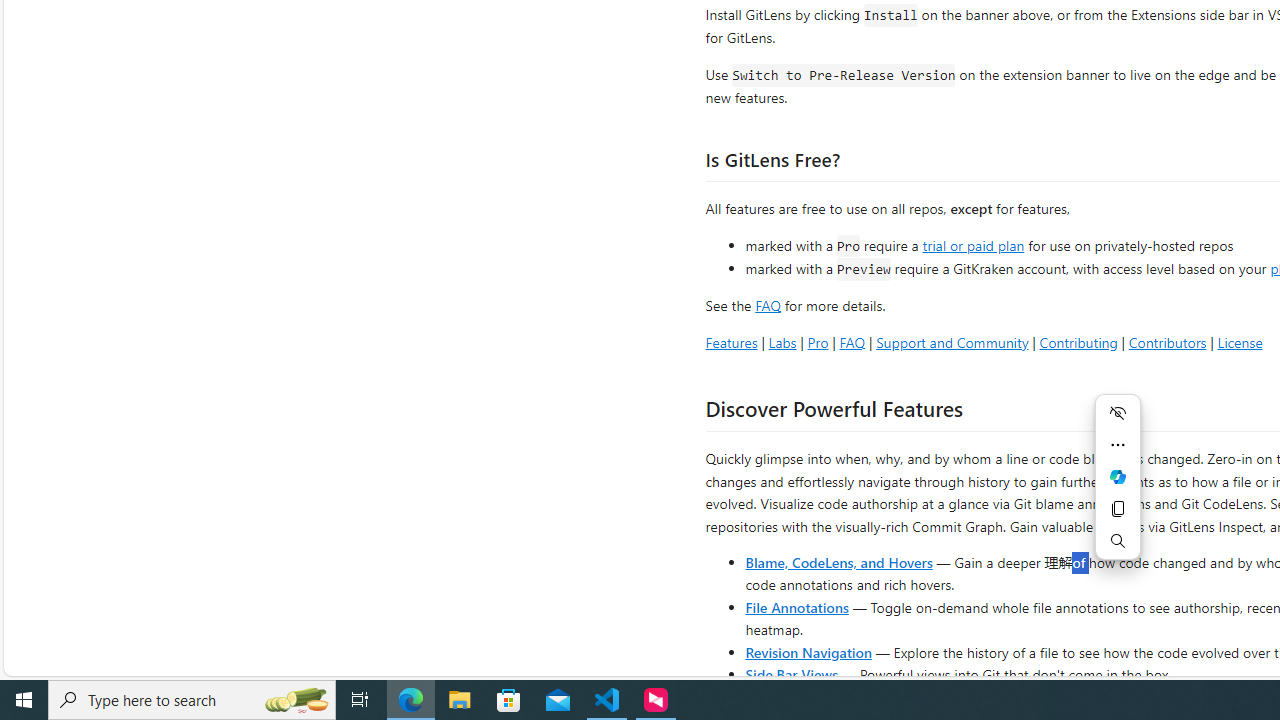 This screenshot has height=720, width=1280. What do you see at coordinates (730, 341) in the screenshot?
I see `'Features'` at bounding box center [730, 341].